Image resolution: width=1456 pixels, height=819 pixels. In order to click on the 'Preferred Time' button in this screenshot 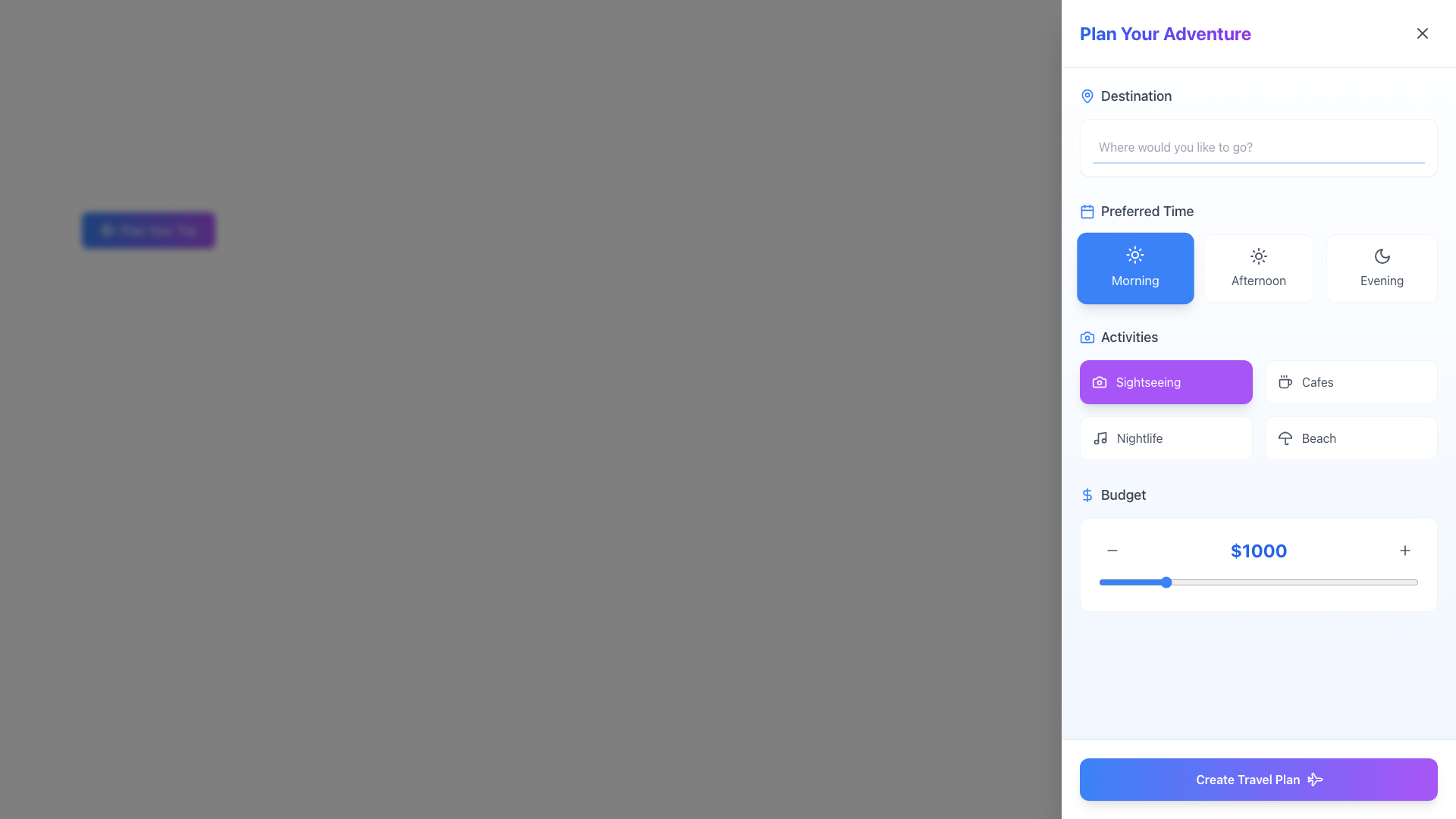, I will do `click(1259, 250)`.